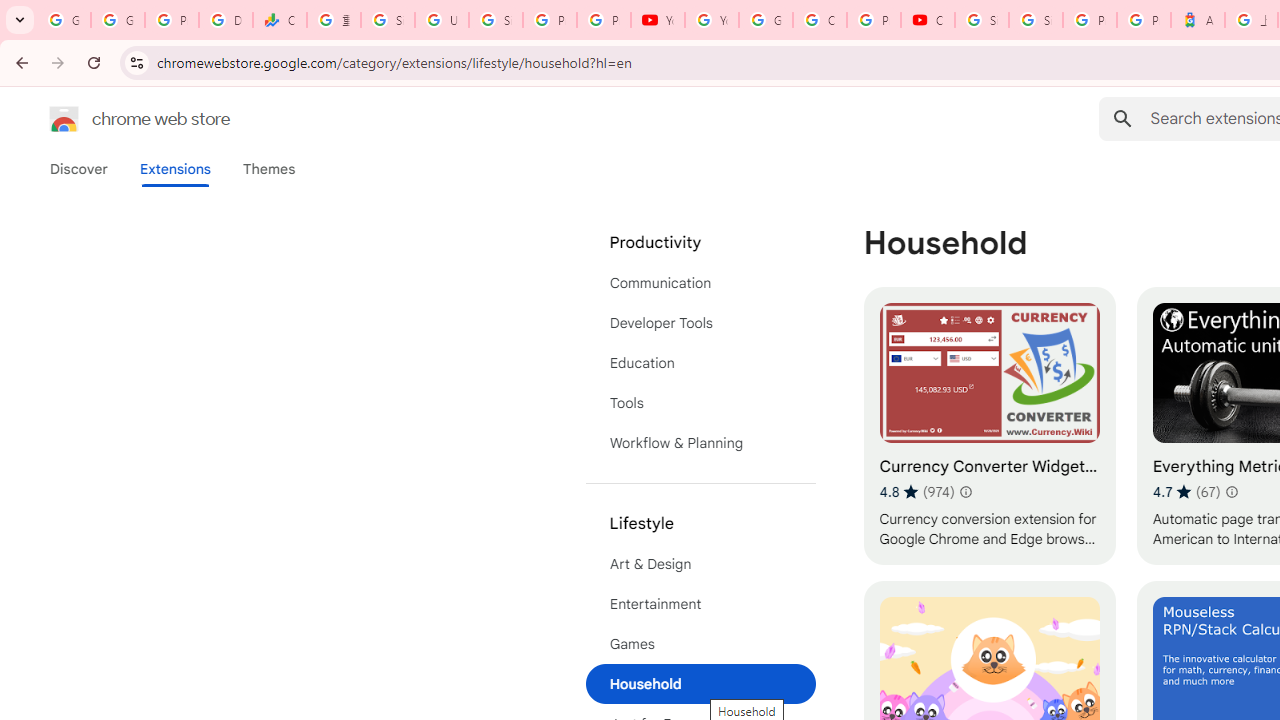  What do you see at coordinates (700, 442) in the screenshot?
I see `'Workflow & Planning'` at bounding box center [700, 442].